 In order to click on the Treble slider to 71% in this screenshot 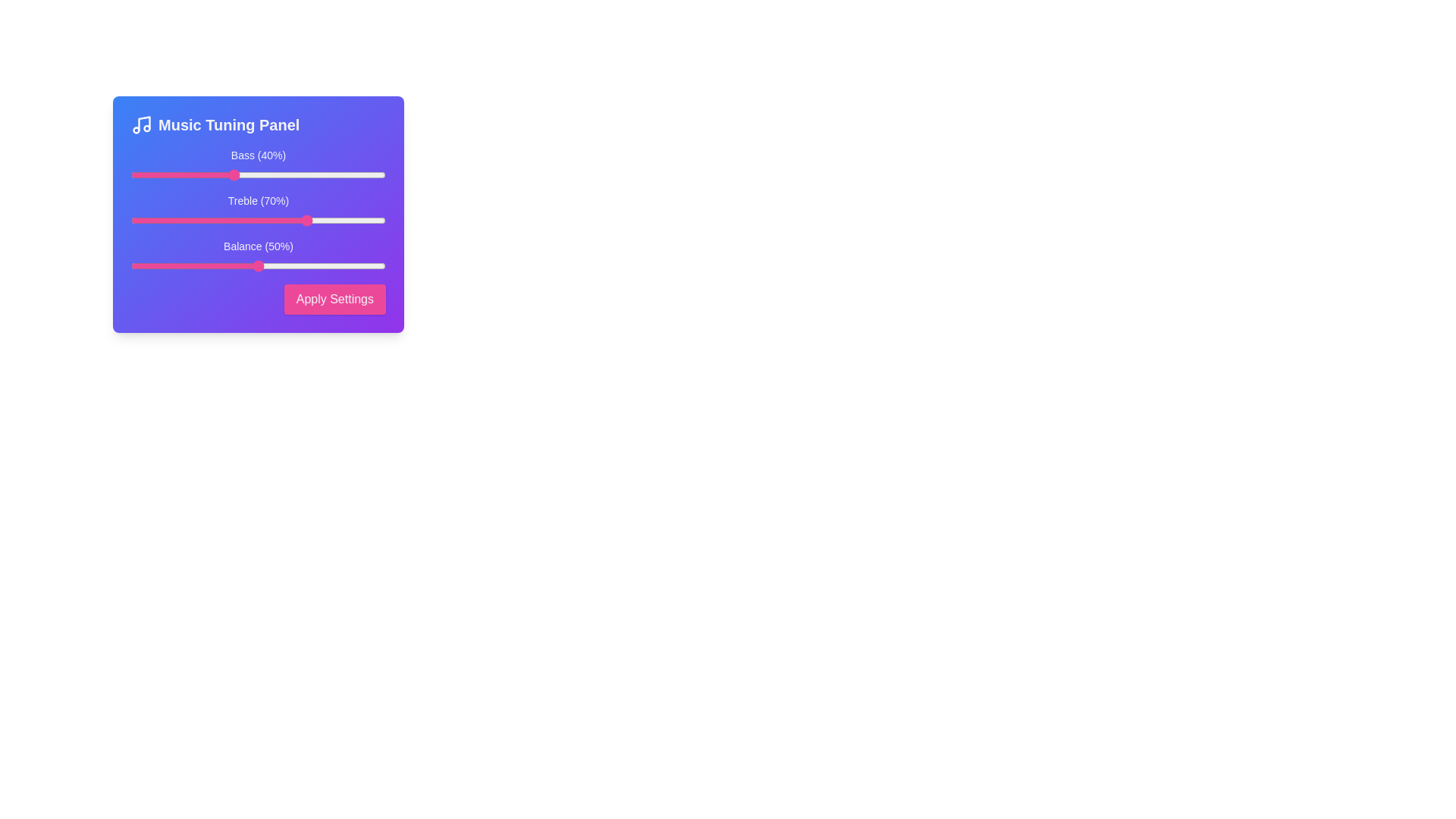, I will do `click(311, 220)`.